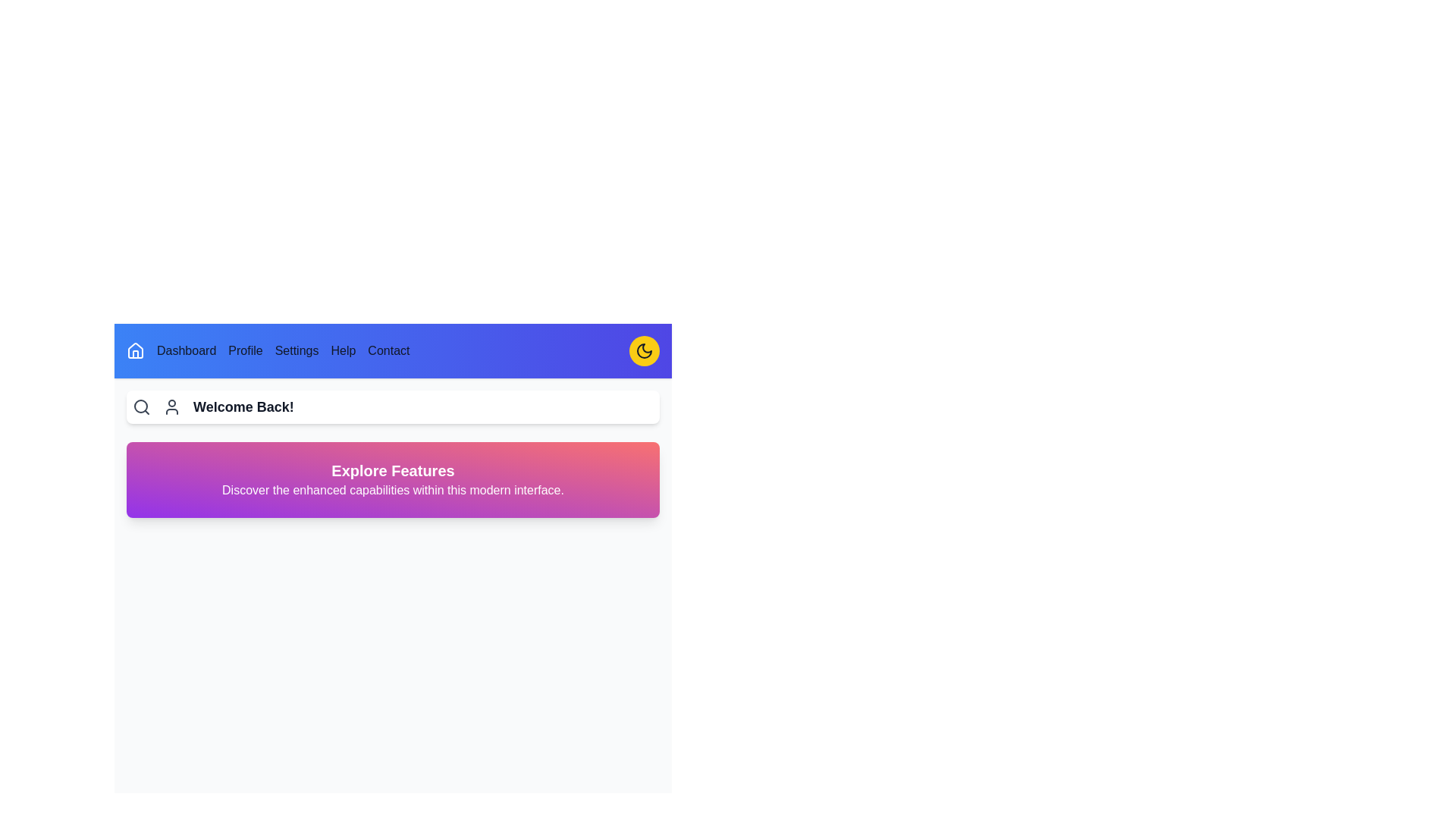 This screenshot has width=1456, height=819. Describe the element at coordinates (389, 350) in the screenshot. I see `the text content Contact to select it` at that location.